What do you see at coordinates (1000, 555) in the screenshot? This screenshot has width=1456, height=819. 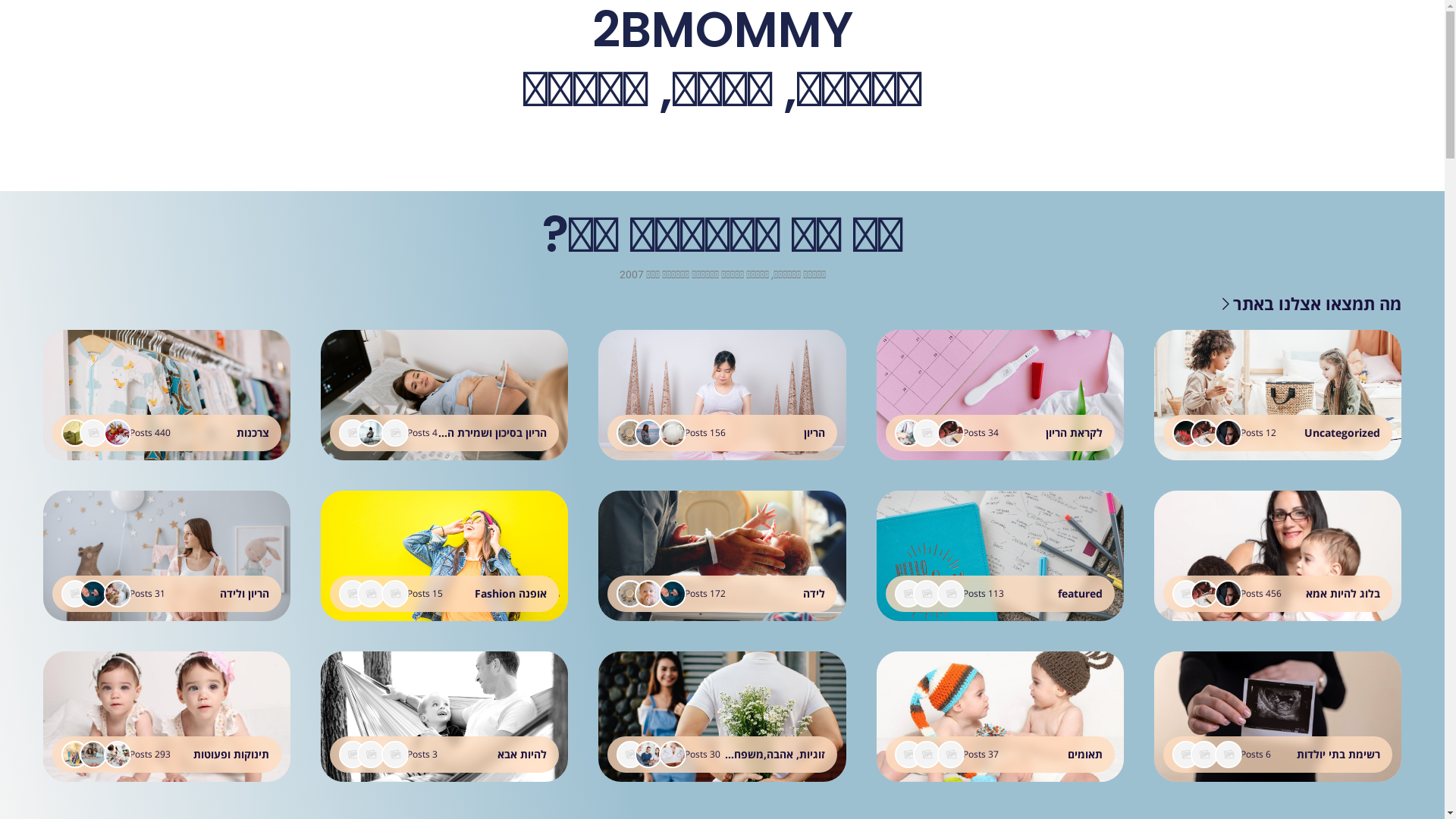 I see `'featured` at bounding box center [1000, 555].